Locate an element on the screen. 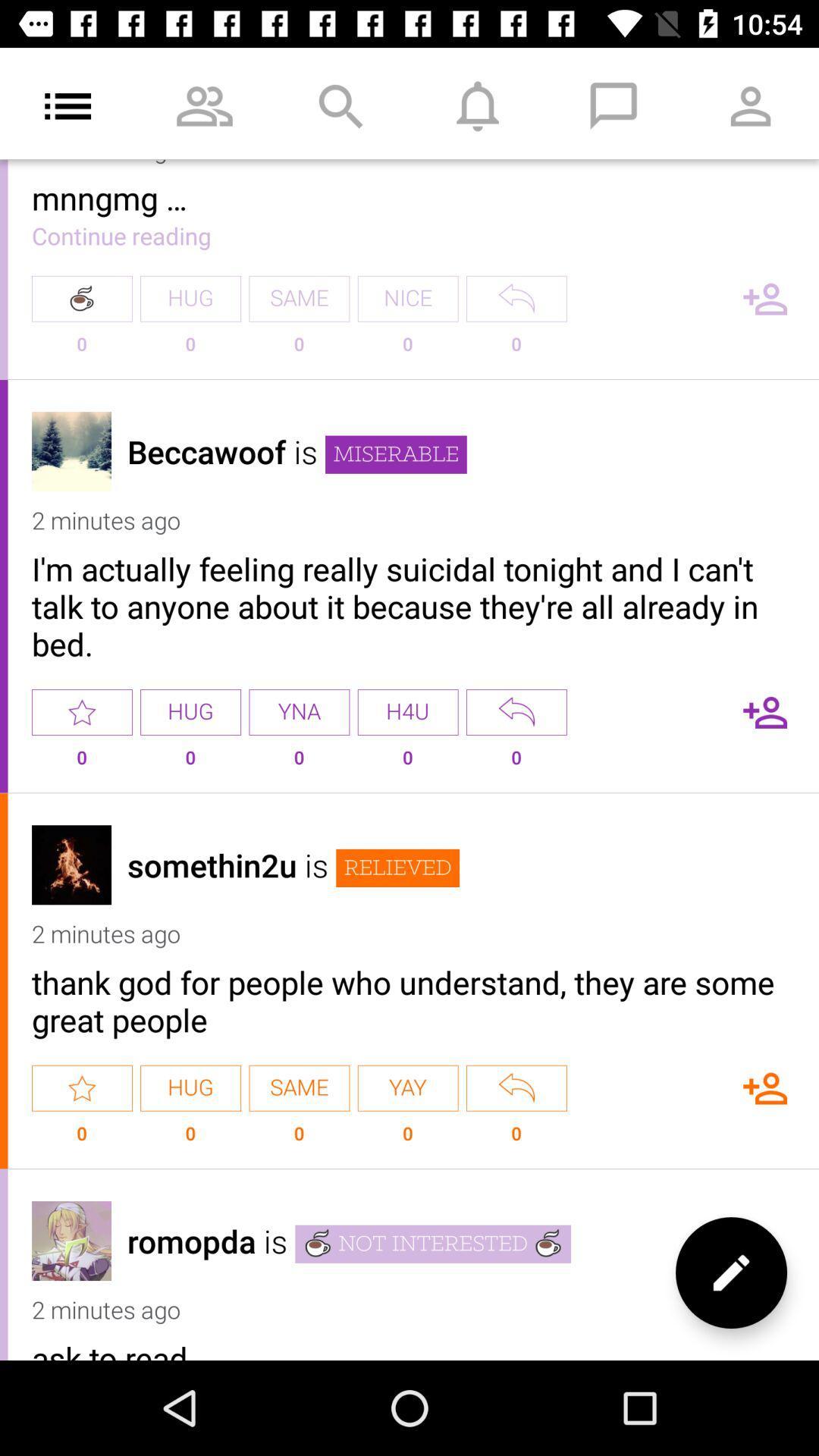 This screenshot has height=1456, width=819. the edit icon is located at coordinates (730, 1272).